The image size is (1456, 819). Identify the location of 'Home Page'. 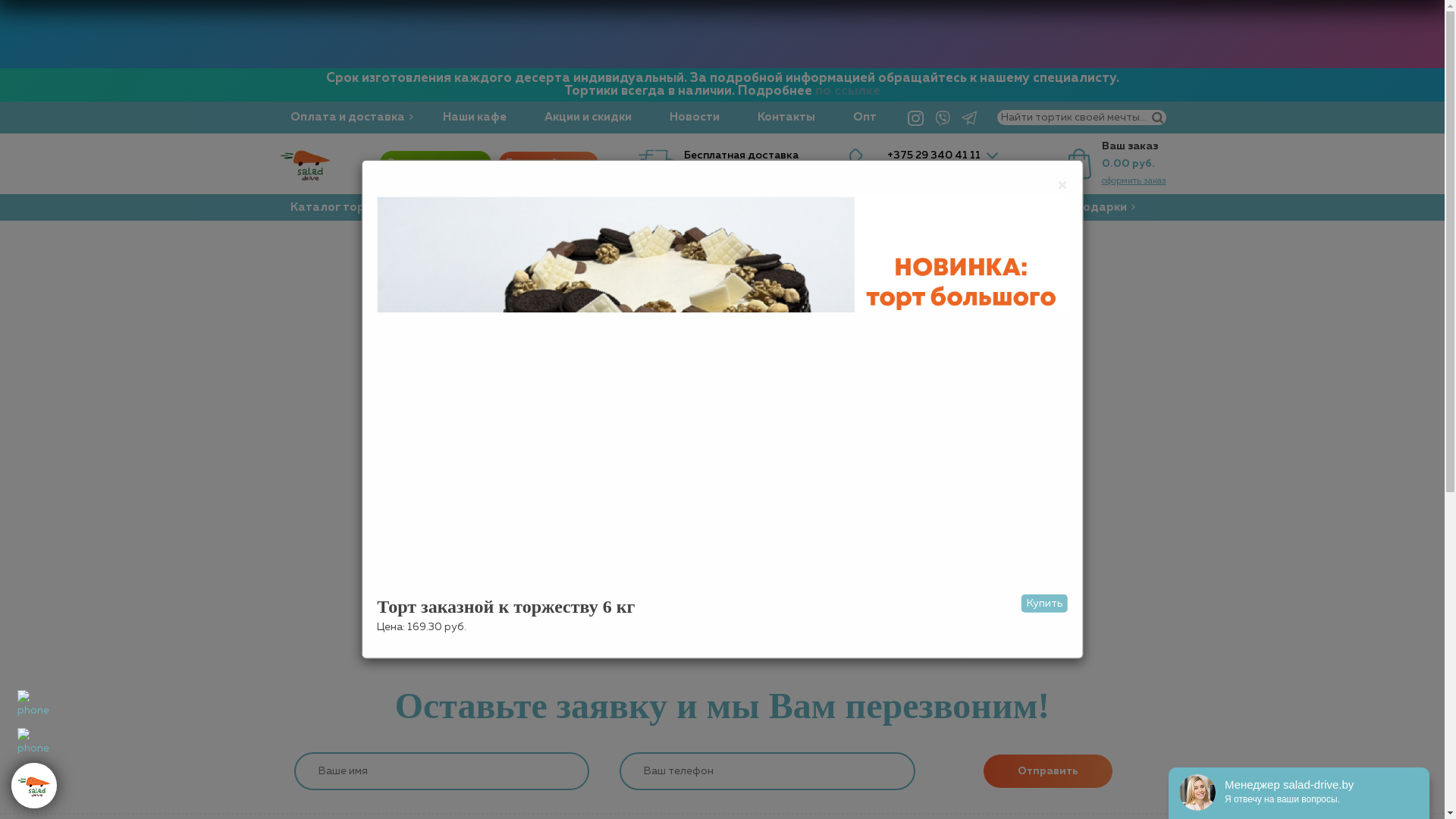
(720, 602).